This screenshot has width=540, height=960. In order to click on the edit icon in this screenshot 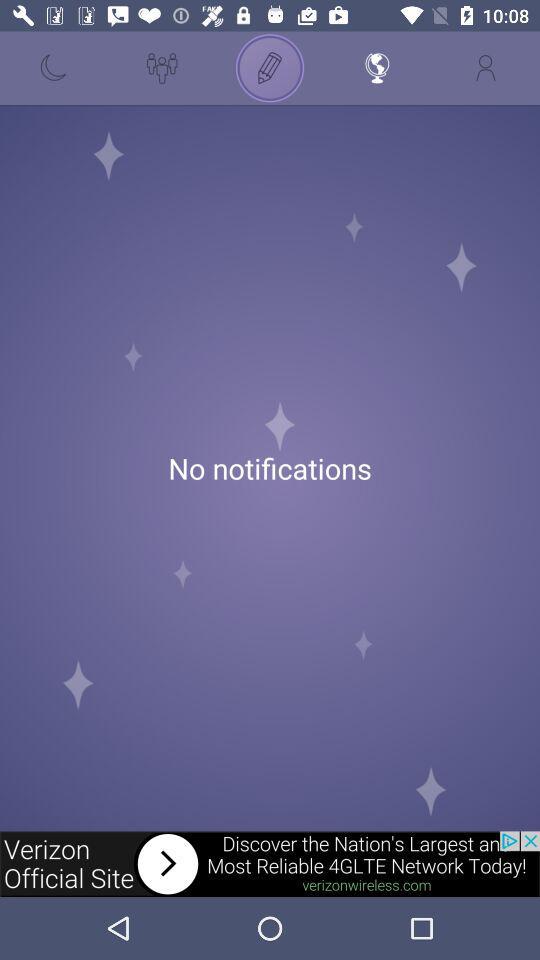, I will do `click(270, 68)`.